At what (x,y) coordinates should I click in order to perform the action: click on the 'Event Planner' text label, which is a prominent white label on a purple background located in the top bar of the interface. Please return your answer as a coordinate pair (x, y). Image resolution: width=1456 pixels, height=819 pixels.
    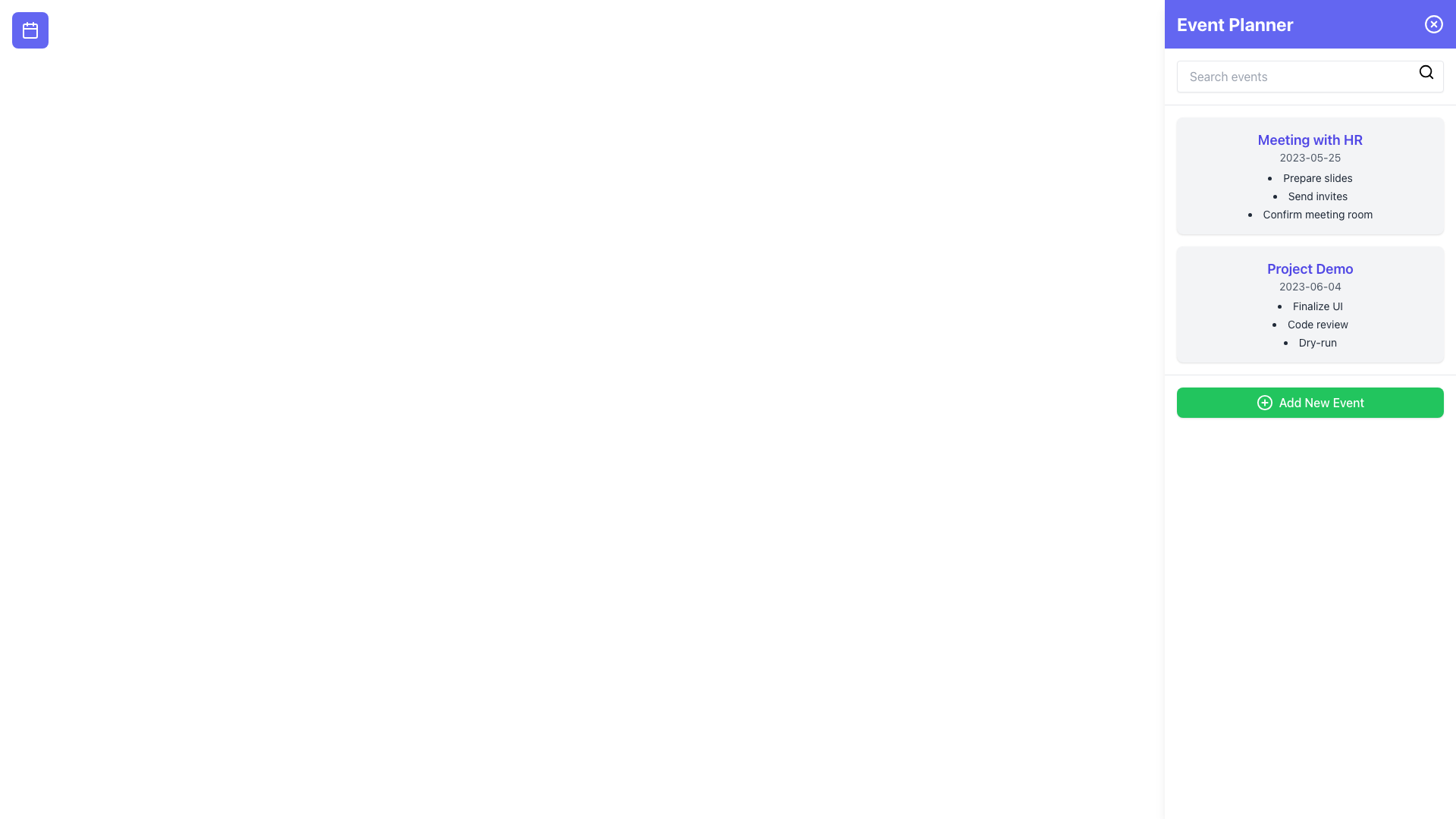
    Looking at the image, I should click on (1235, 24).